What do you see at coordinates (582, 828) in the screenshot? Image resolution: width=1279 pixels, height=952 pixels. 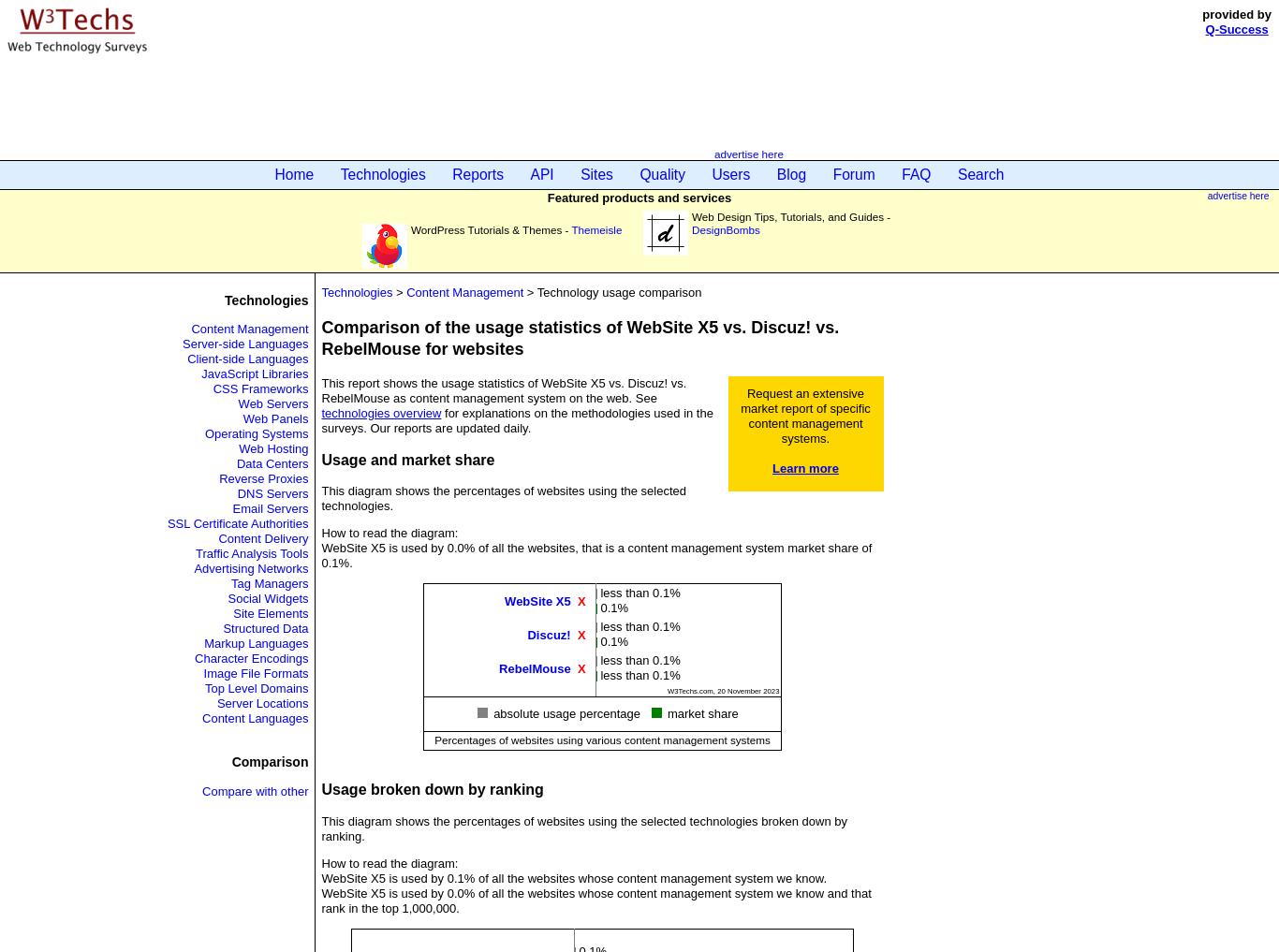 I see `'This diagram shows the percentages of websites using the selected technologies broken down by ranking.'` at bounding box center [582, 828].